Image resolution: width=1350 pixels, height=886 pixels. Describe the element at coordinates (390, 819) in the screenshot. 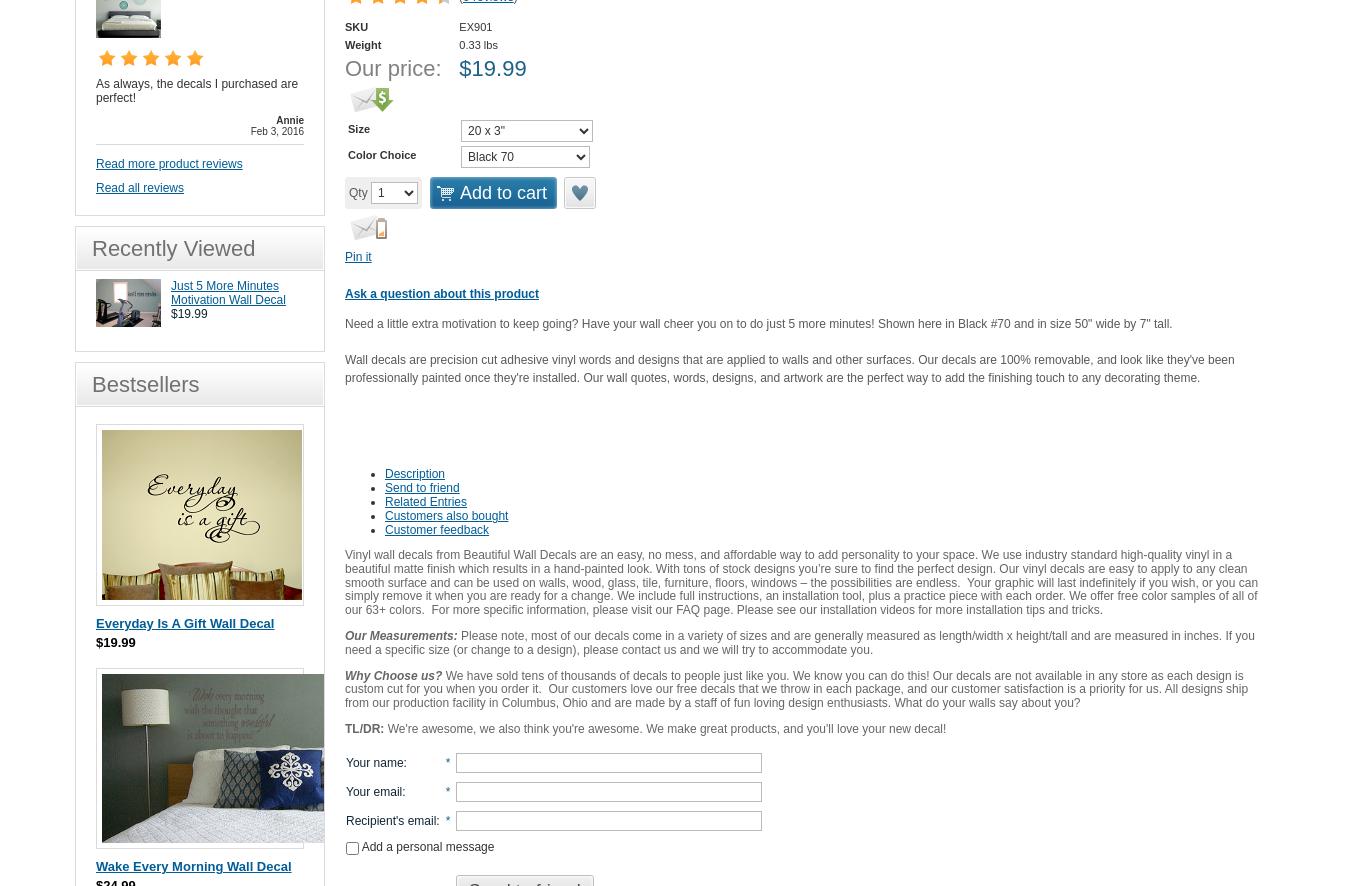

I see `'Recipient's email'` at that location.